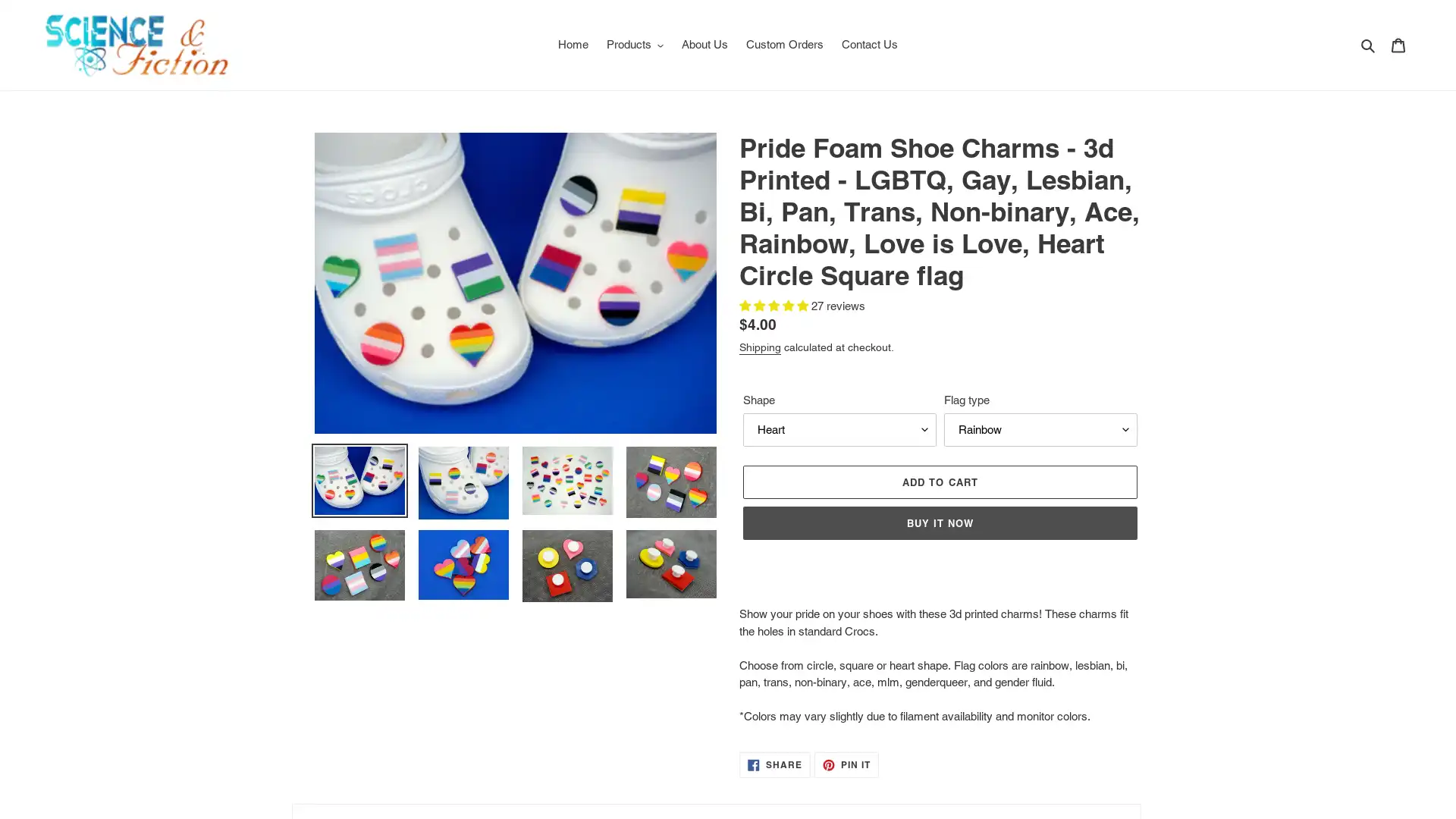 The width and height of the screenshot is (1456, 819). What do you see at coordinates (939, 522) in the screenshot?
I see `BUY IT NOW` at bounding box center [939, 522].